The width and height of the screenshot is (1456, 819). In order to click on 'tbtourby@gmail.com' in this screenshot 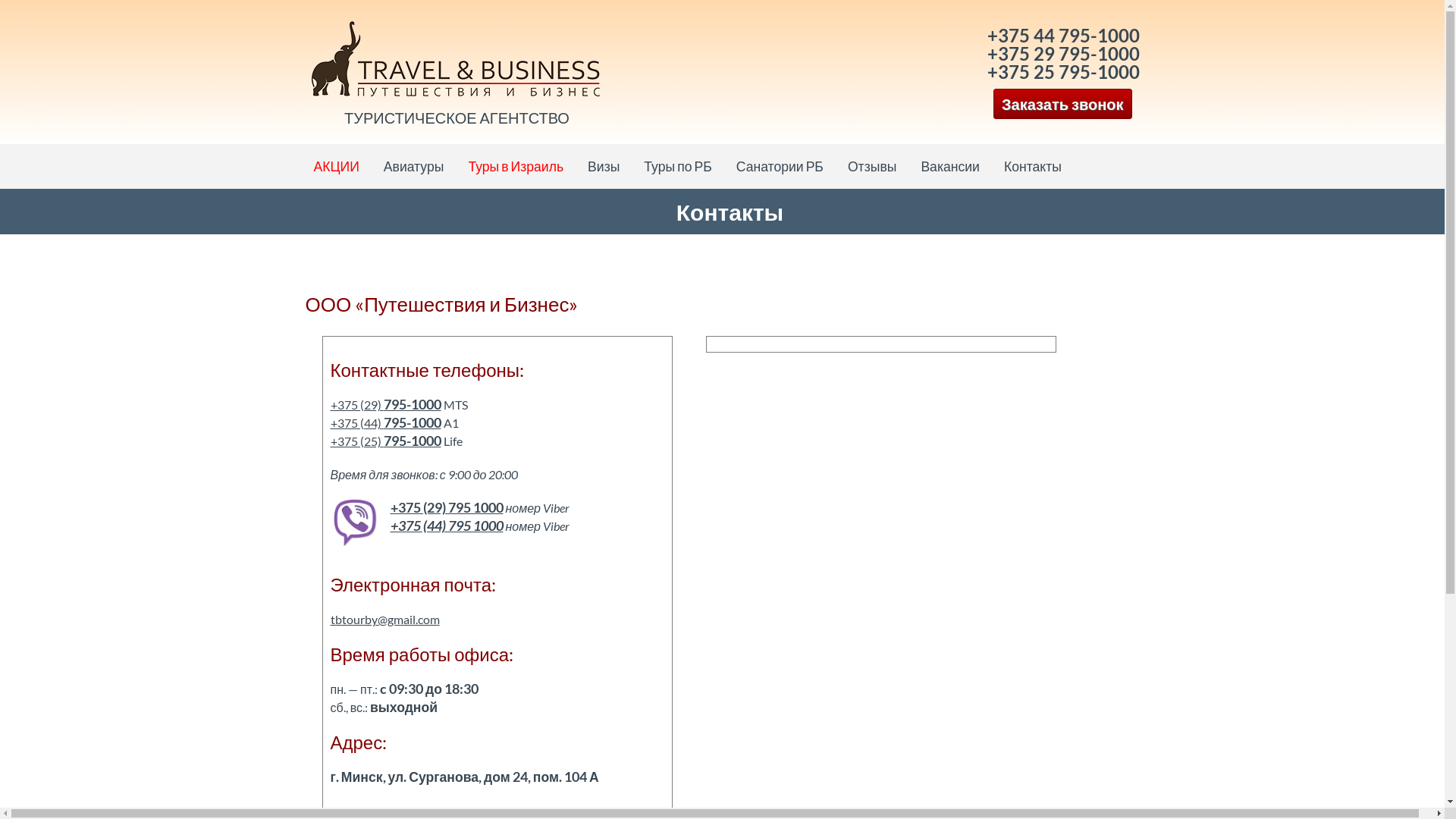, I will do `click(385, 619)`.